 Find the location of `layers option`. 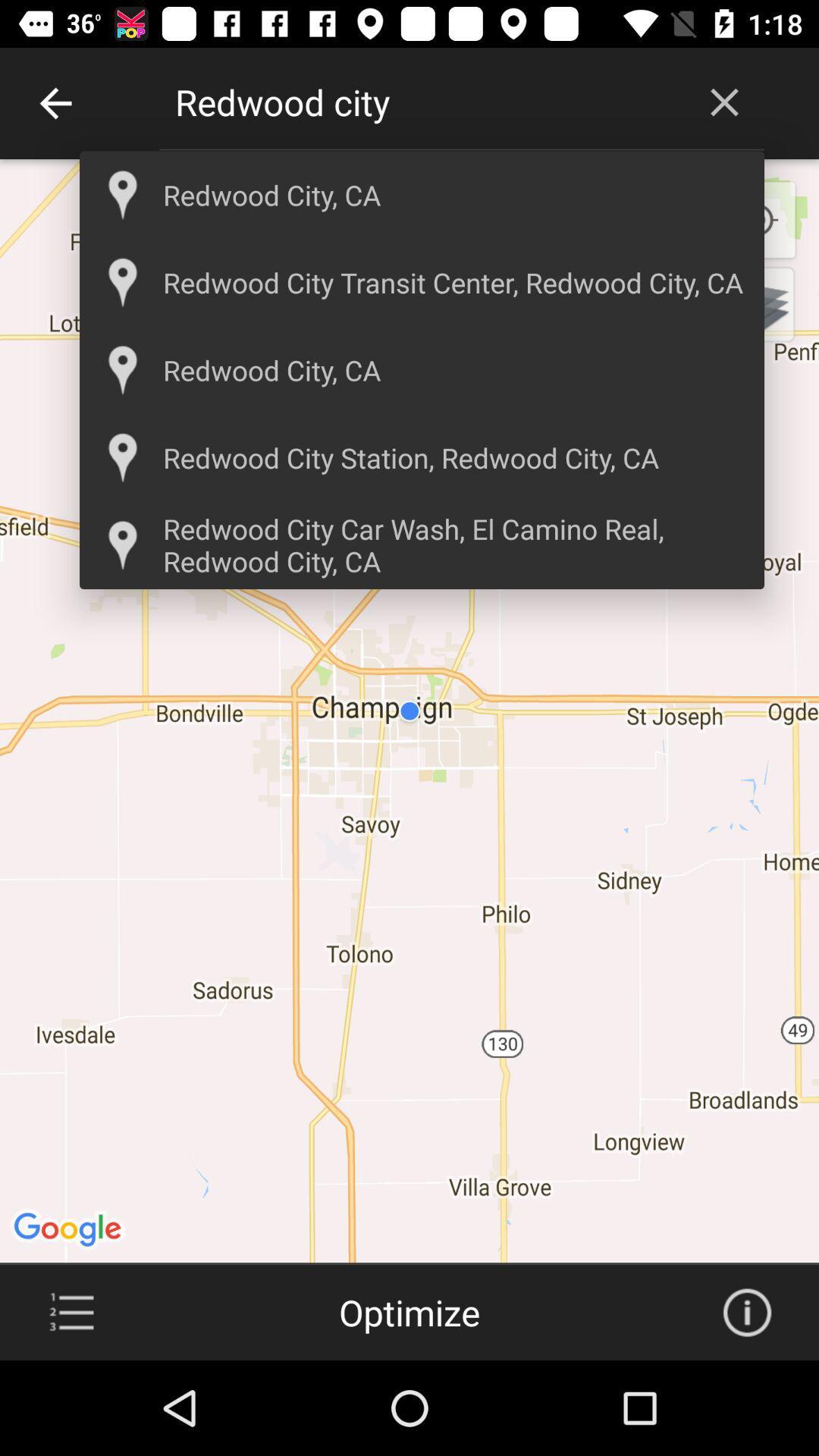

layers option is located at coordinates (757, 303).